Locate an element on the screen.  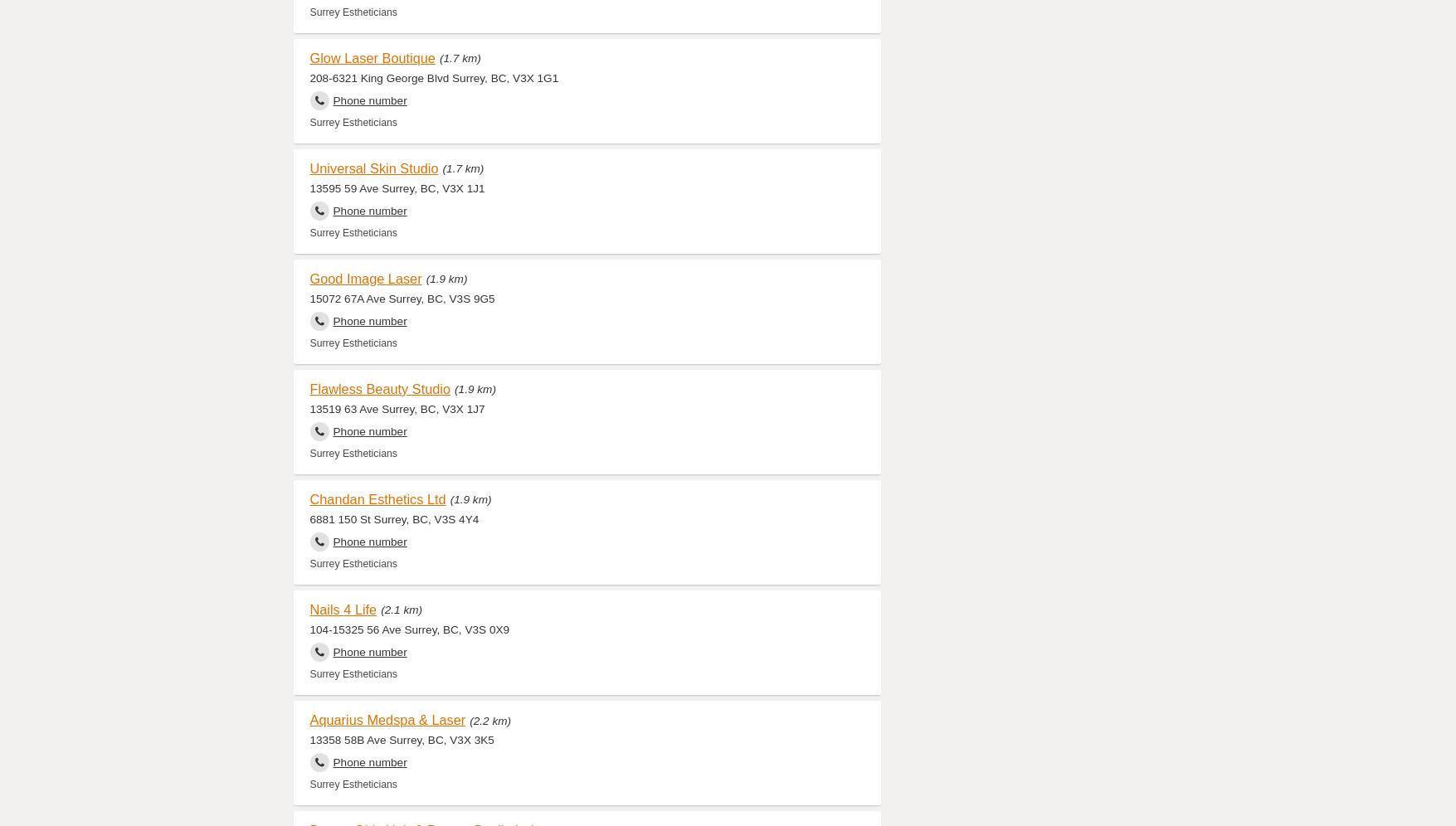
'104-15325 56 Ave Surrey, BC, V3S 0X9' is located at coordinates (408, 629).